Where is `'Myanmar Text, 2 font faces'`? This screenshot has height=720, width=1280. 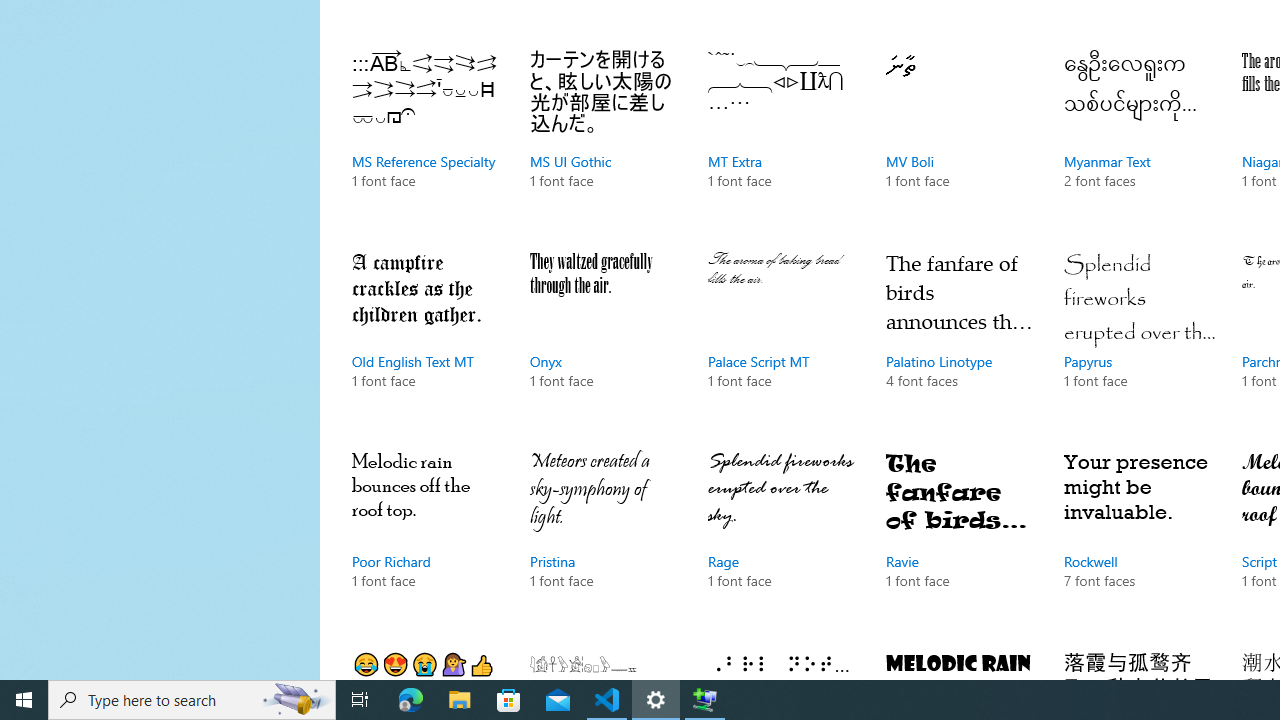 'Myanmar Text, 2 font faces' is located at coordinates (1139, 139).